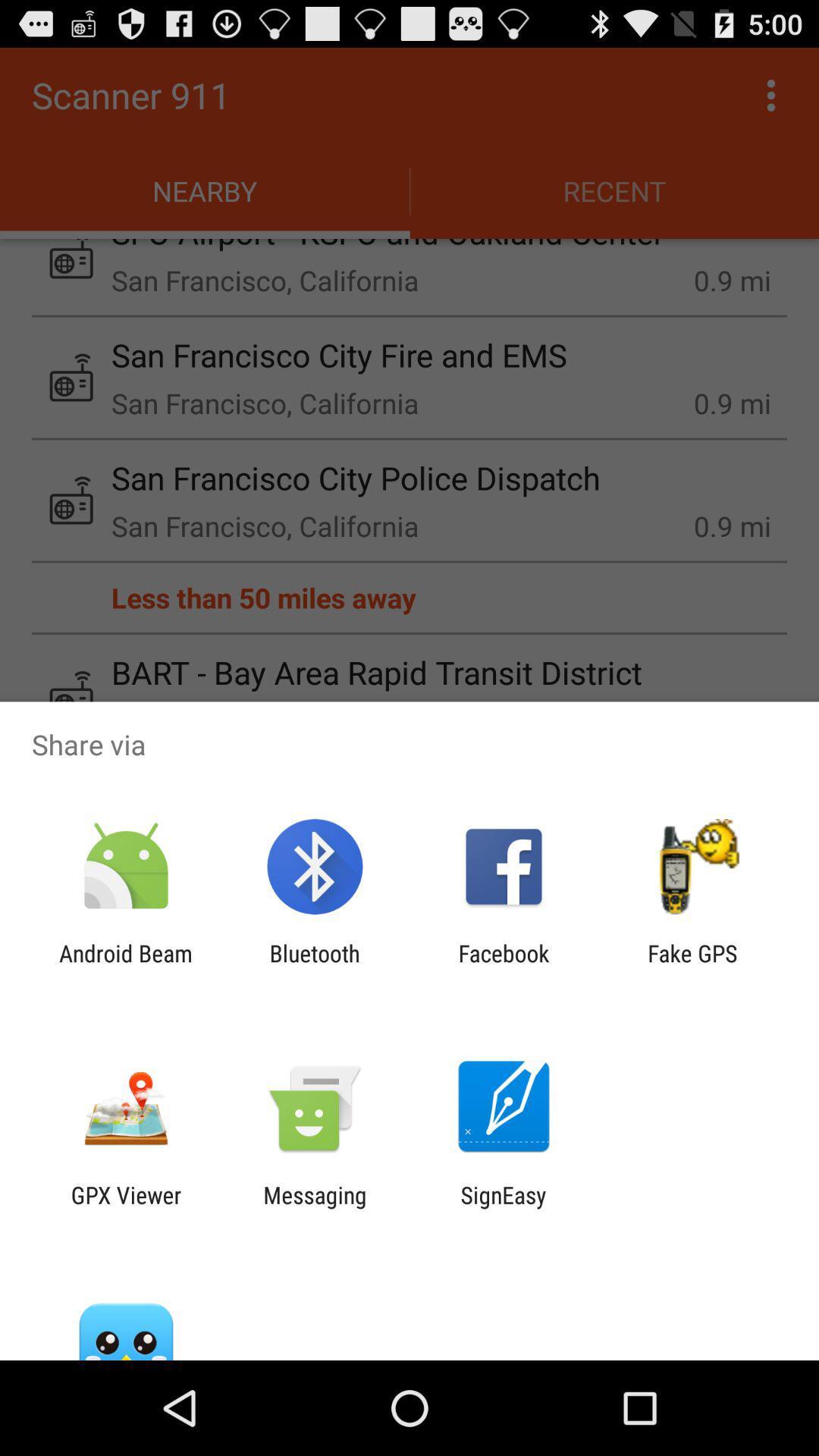 The width and height of the screenshot is (819, 1456). What do you see at coordinates (314, 966) in the screenshot?
I see `the item to the right of the android beam item` at bounding box center [314, 966].